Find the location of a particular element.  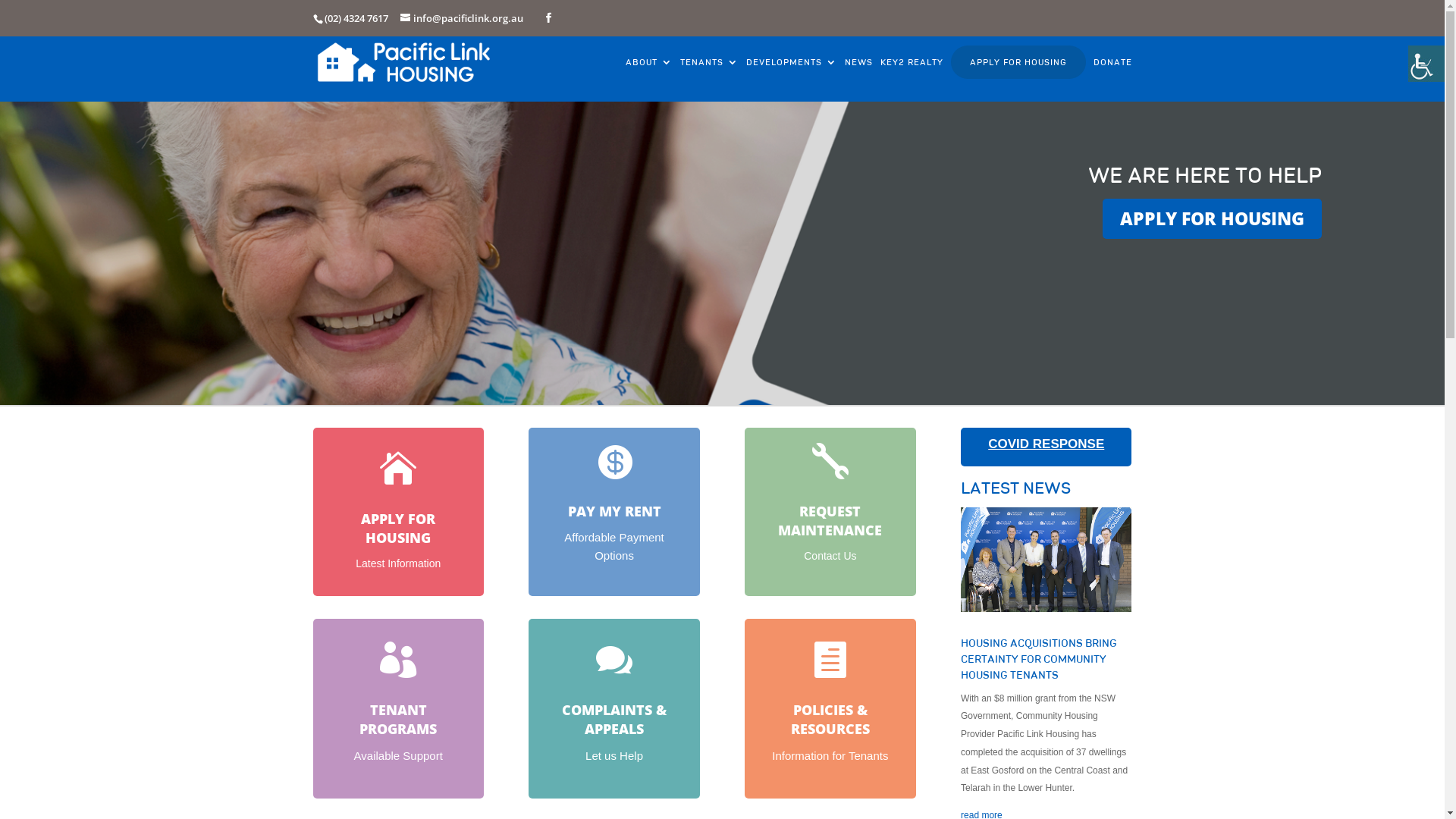

'TENANTS' is located at coordinates (708, 79).